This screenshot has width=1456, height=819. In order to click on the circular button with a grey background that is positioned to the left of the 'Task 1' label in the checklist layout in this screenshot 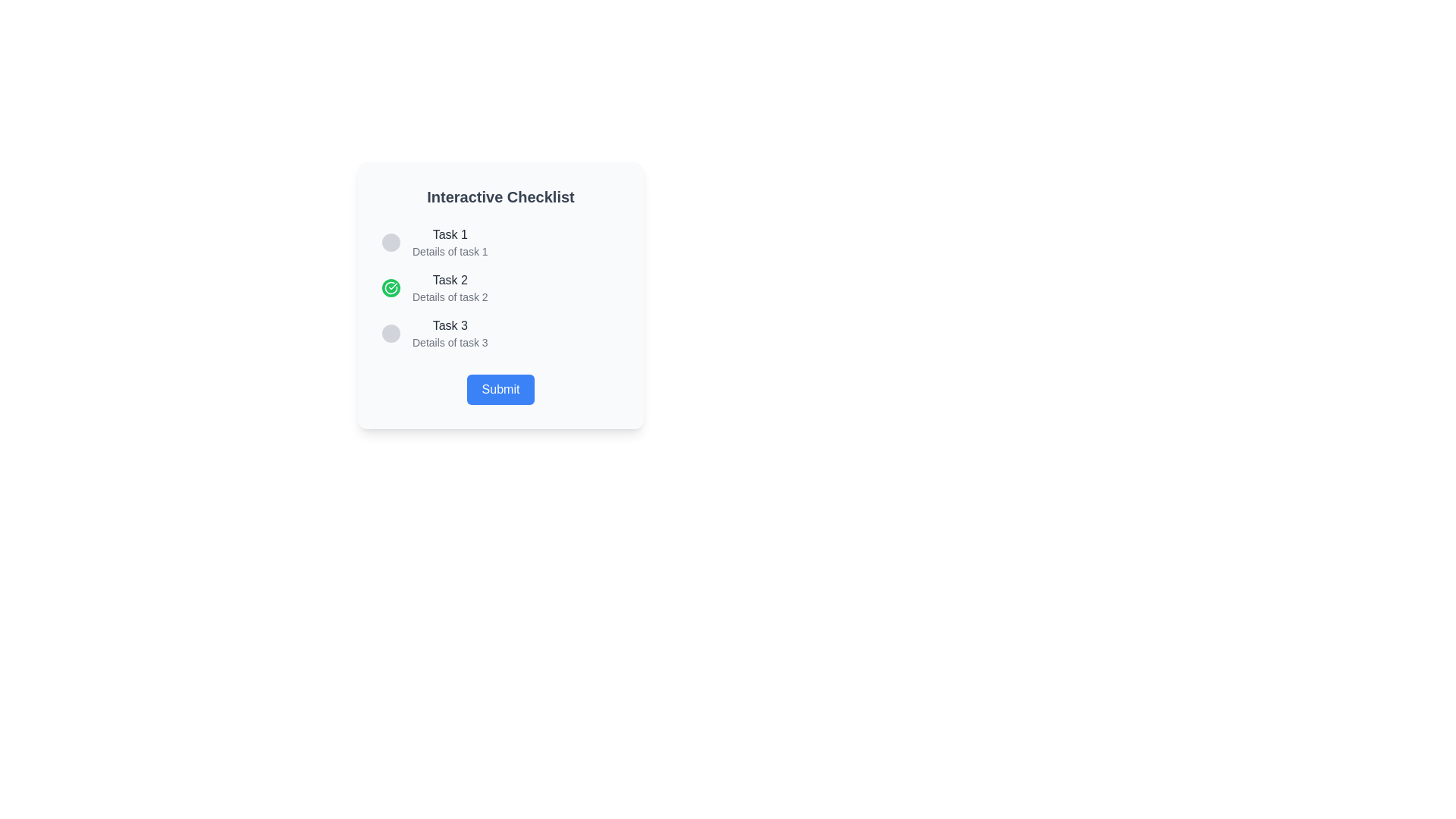, I will do `click(391, 242)`.